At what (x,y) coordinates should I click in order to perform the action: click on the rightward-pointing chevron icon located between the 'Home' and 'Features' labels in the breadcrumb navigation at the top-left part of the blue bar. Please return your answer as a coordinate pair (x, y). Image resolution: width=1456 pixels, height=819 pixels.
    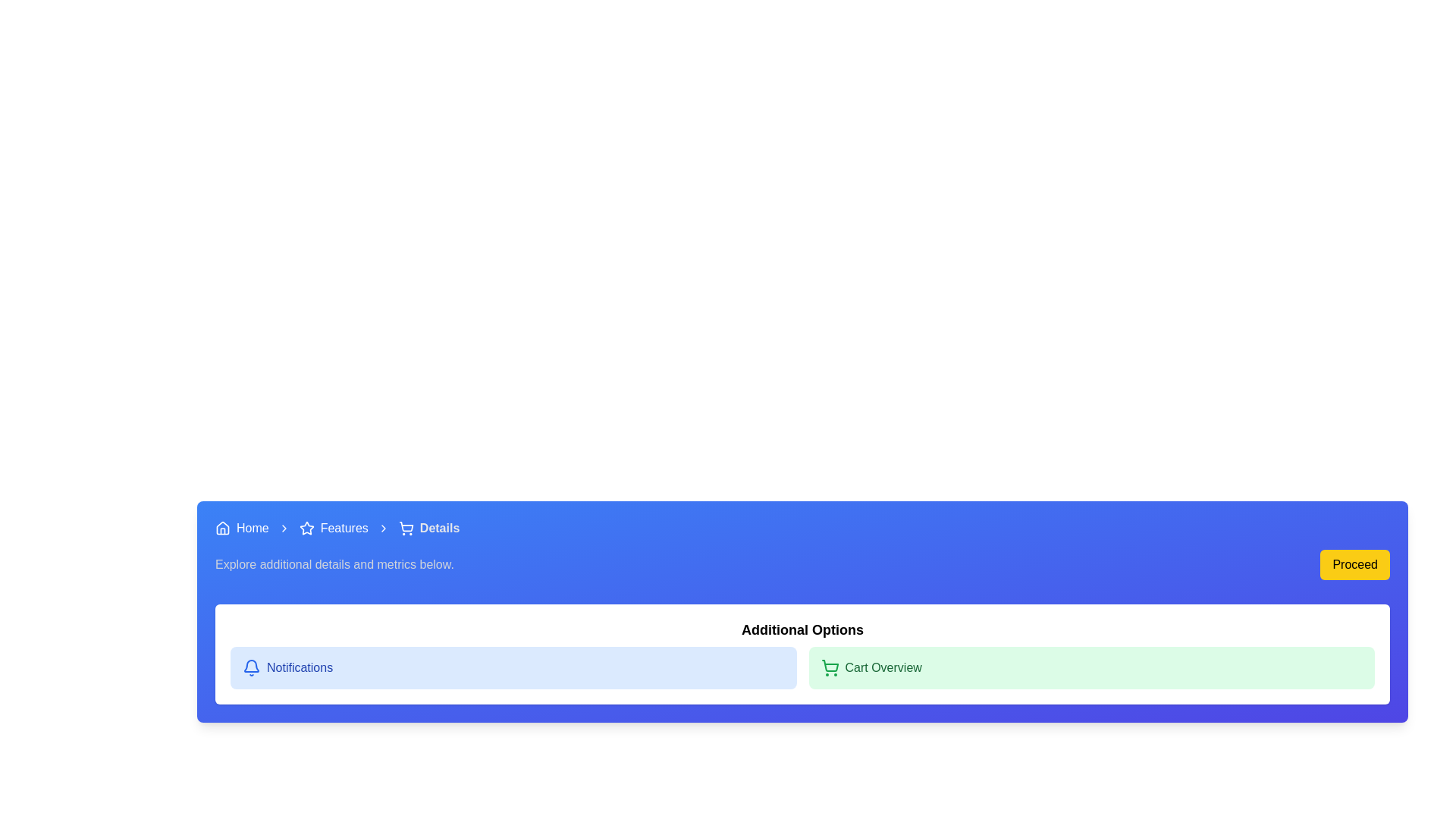
    Looking at the image, I should click on (284, 528).